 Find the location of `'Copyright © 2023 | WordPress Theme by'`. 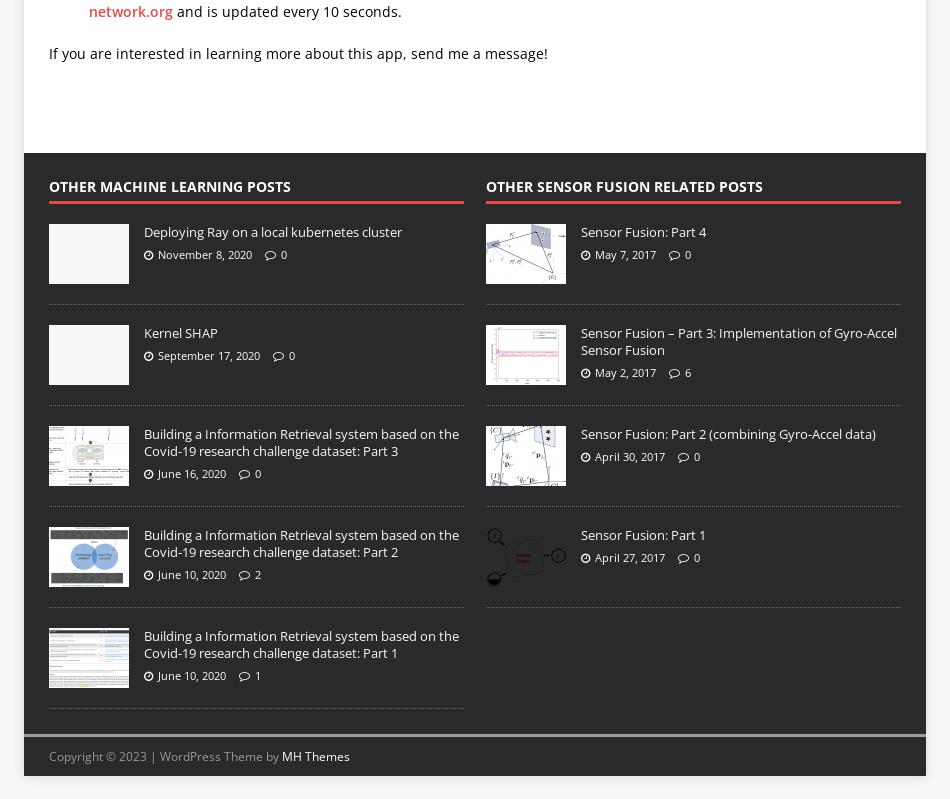

'Copyright © 2023 | WordPress Theme by' is located at coordinates (164, 756).